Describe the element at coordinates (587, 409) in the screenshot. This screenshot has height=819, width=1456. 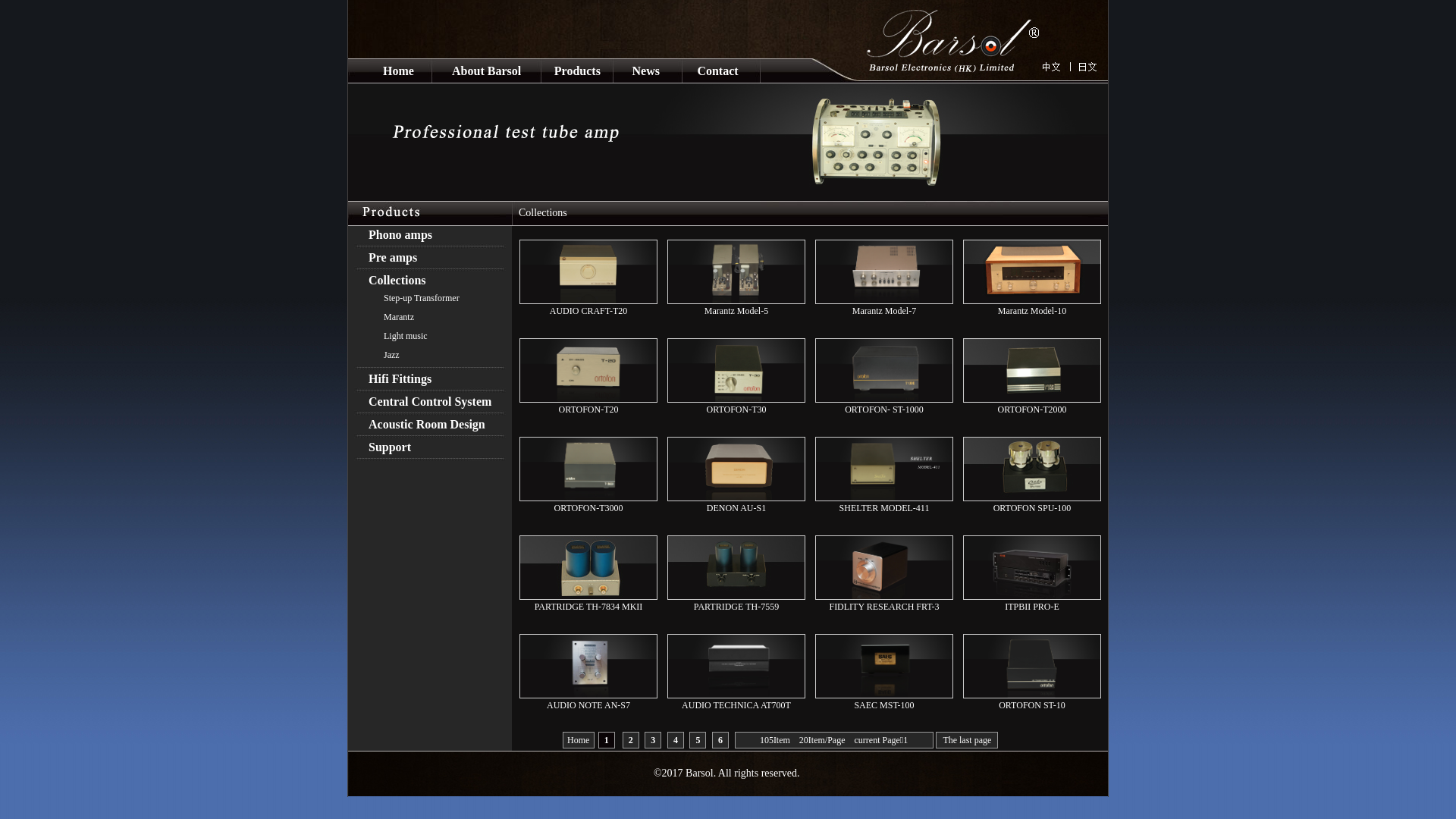
I see `'ORTOFON-T20'` at that location.